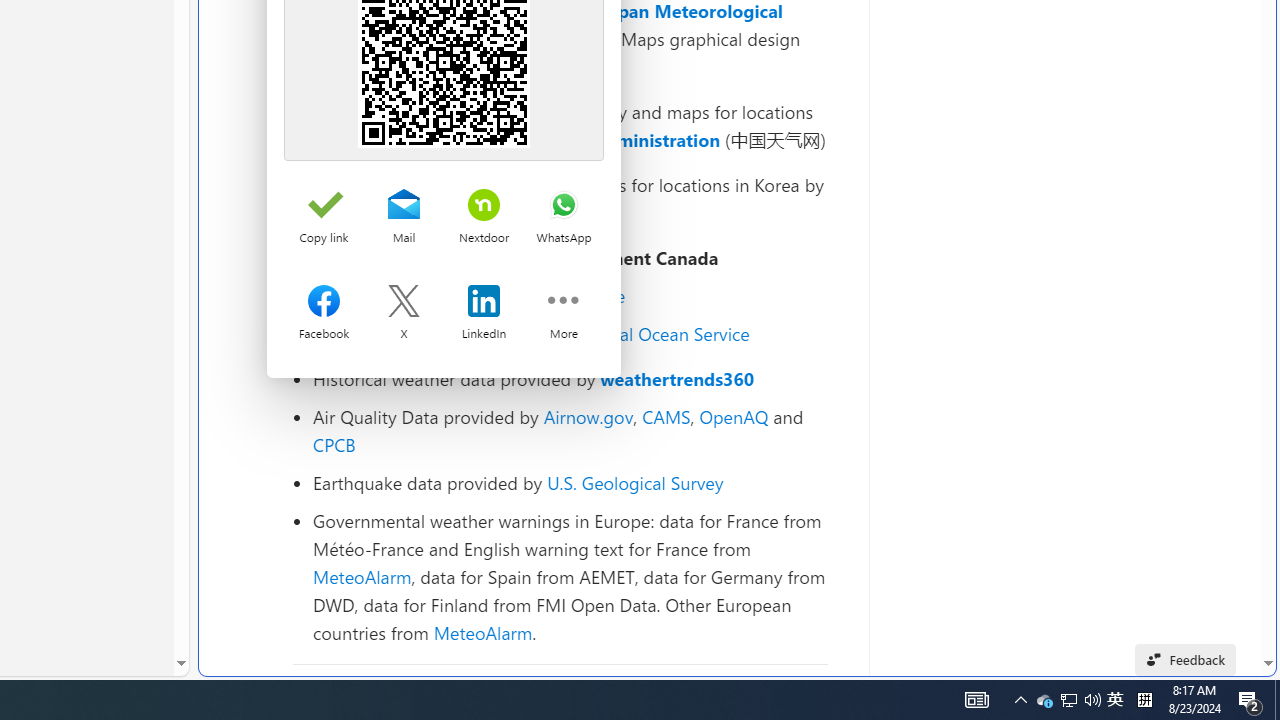 The width and height of the screenshot is (1280, 720). I want to click on 'Share on Nextdoor', so click(484, 206).